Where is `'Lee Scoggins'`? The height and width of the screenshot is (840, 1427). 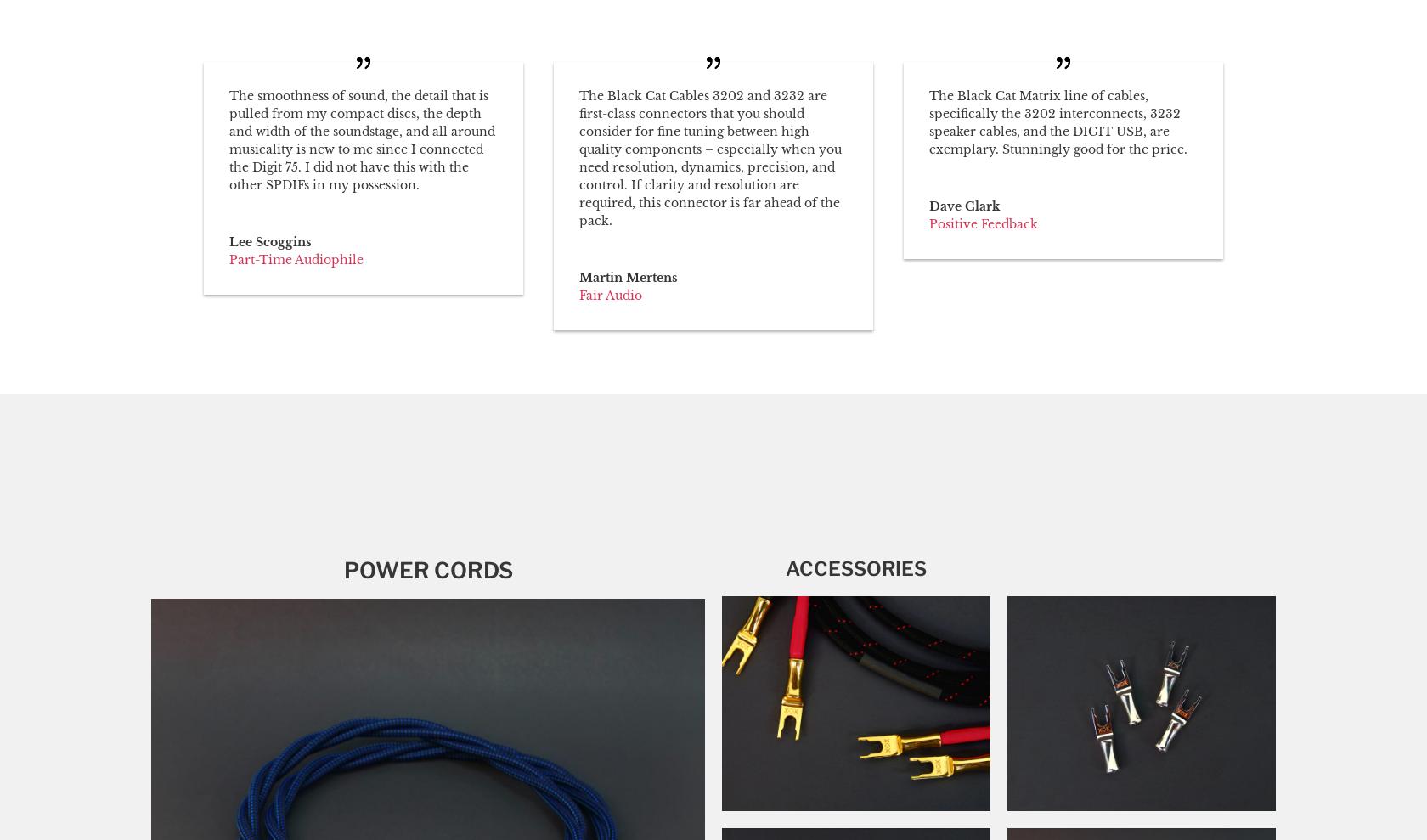
'Lee Scoggins' is located at coordinates (270, 241).